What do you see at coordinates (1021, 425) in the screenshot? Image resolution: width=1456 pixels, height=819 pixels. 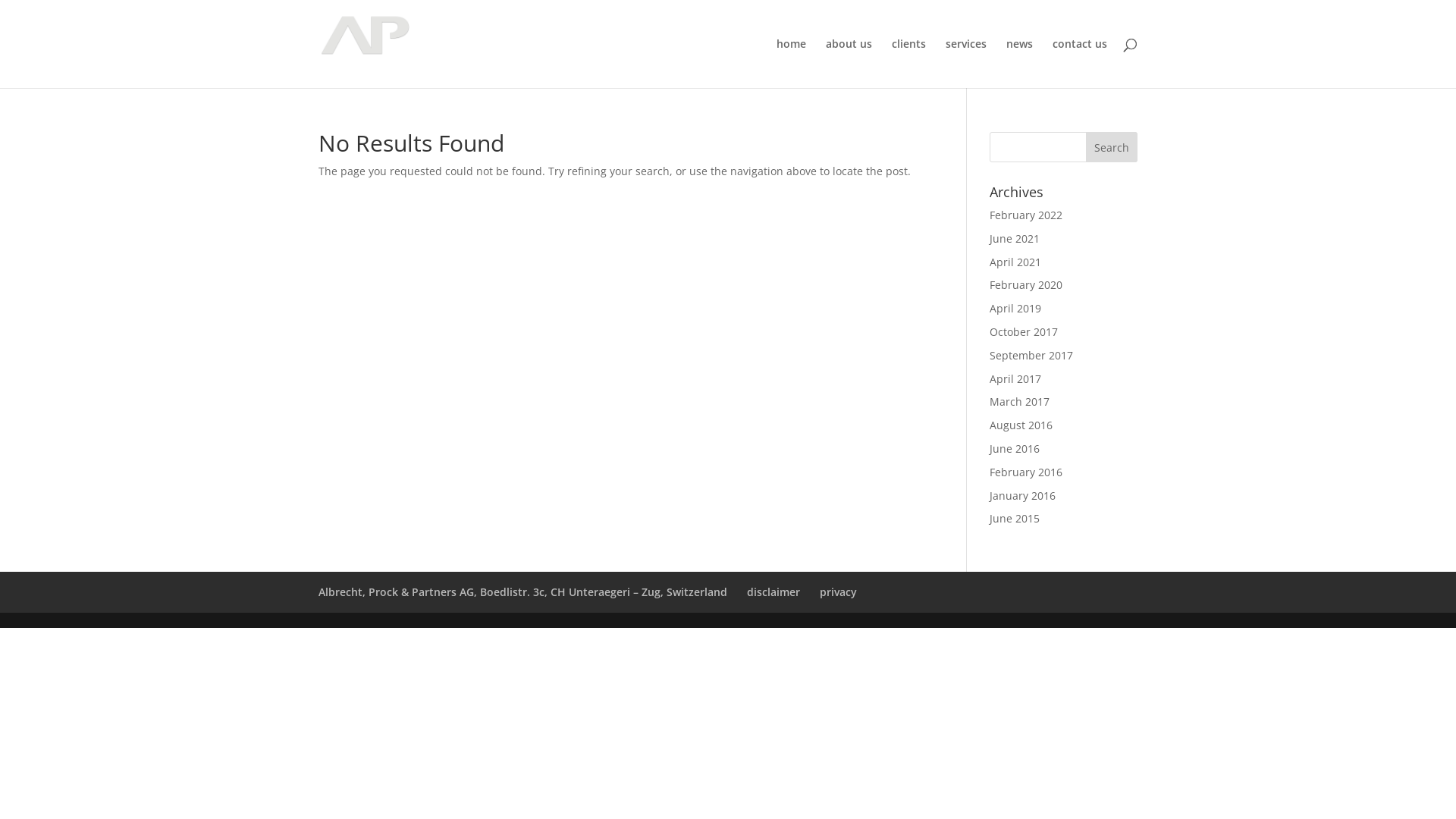 I see `'August 2016'` at bounding box center [1021, 425].